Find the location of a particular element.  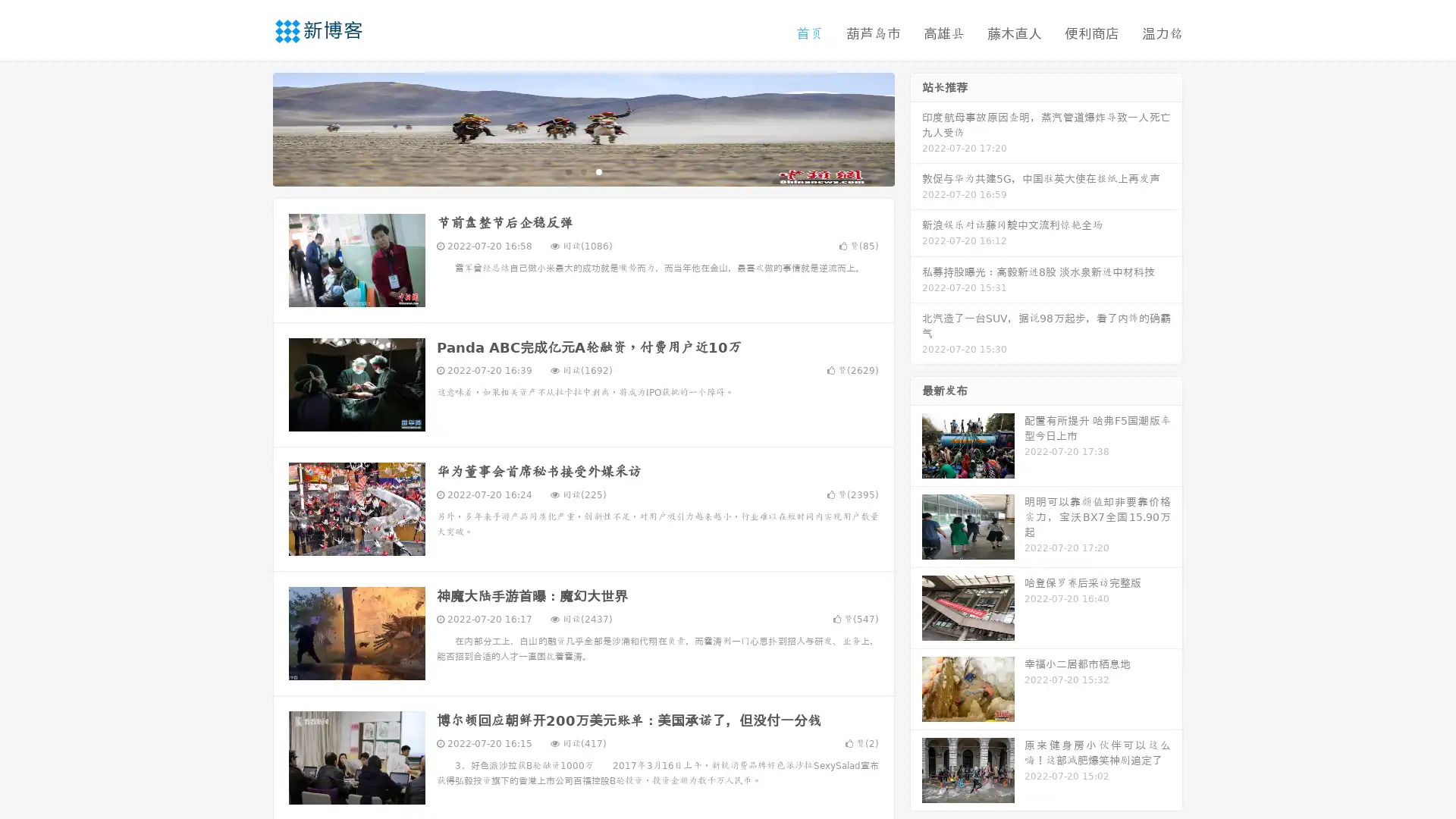

Go to slide 2 is located at coordinates (582, 171).